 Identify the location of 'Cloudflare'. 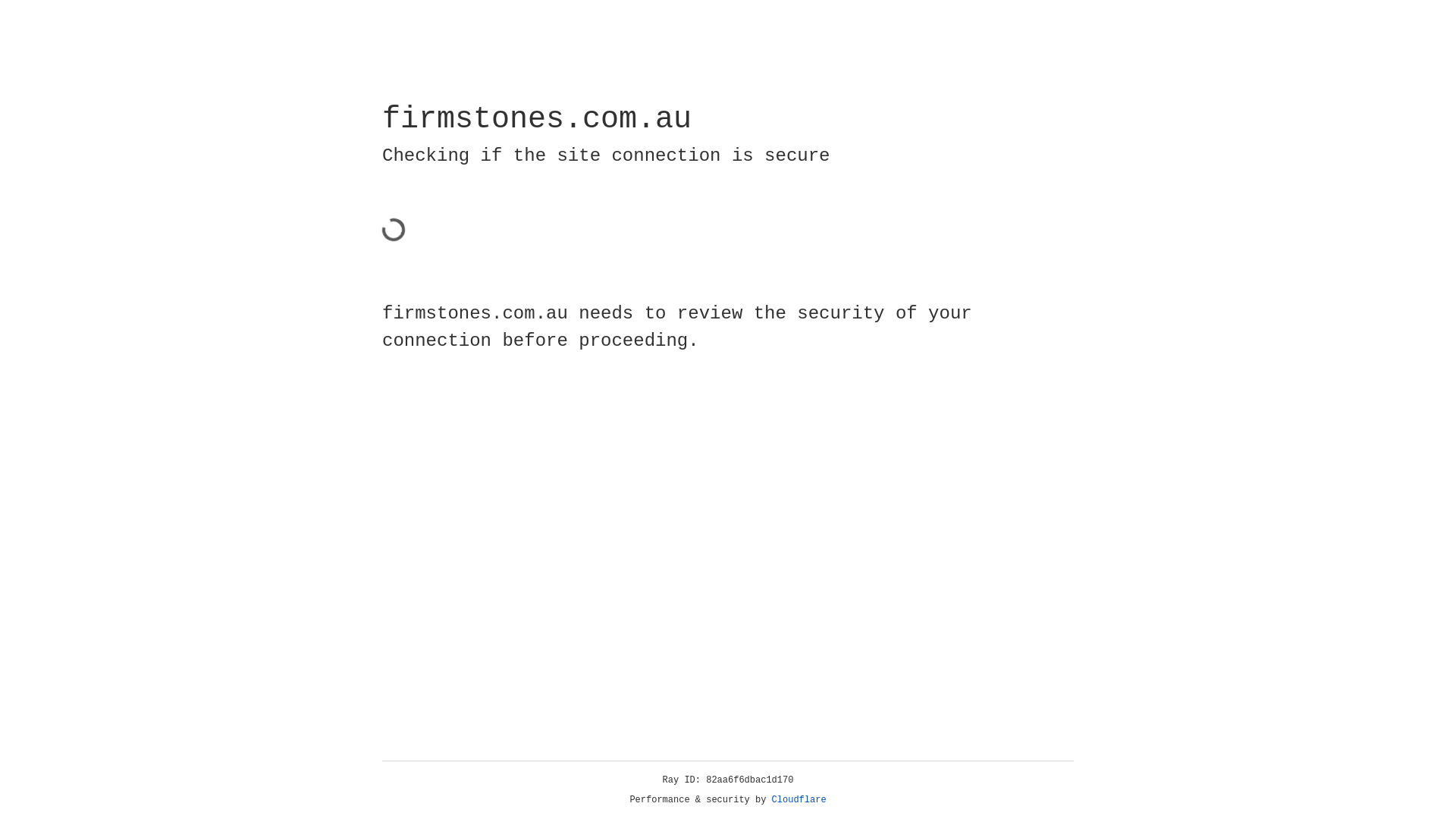
(799, 799).